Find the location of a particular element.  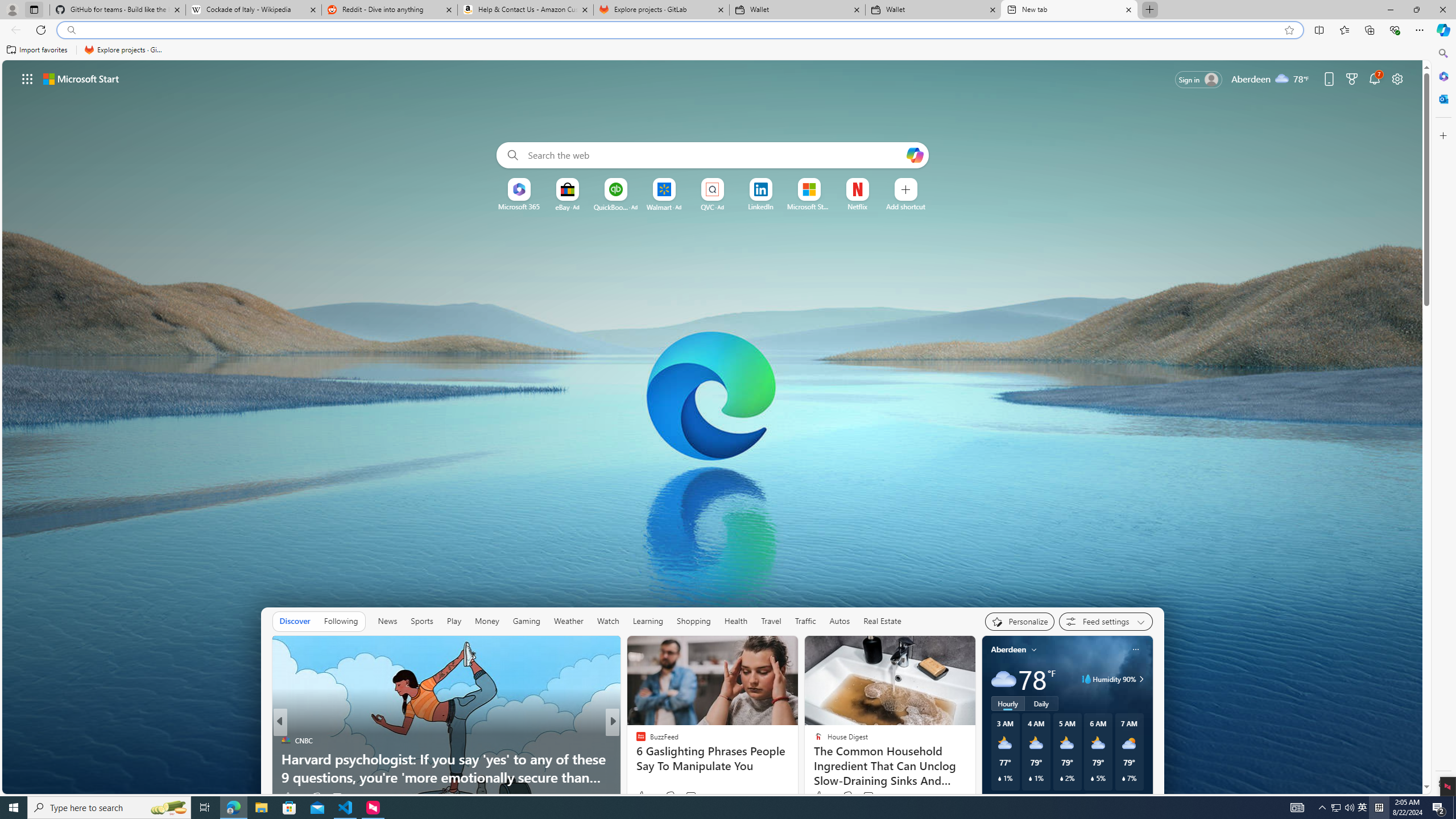

'Vox.com' is located at coordinates (635, 741).